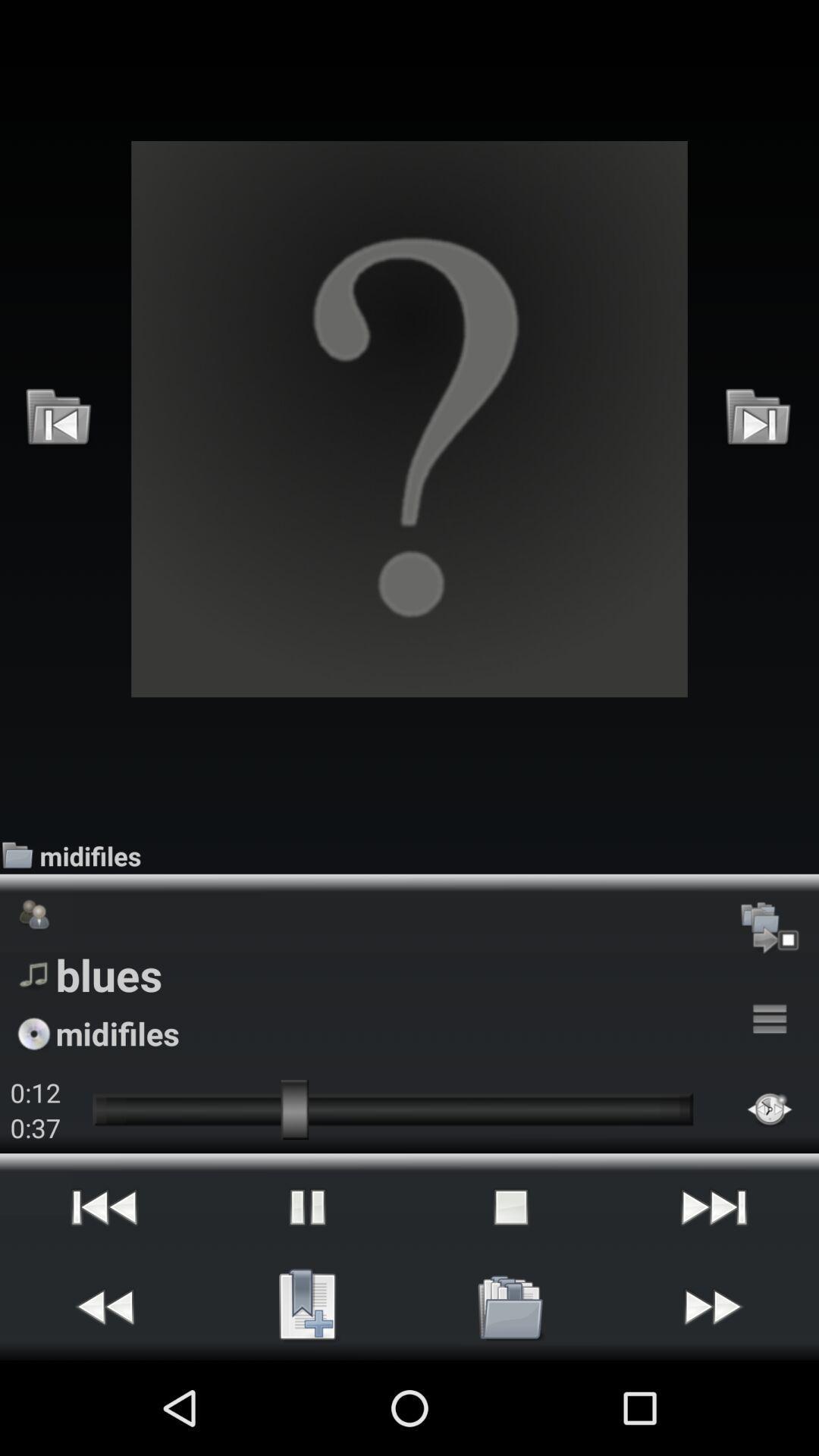  What do you see at coordinates (713, 1398) in the screenshot?
I see `the av_forward icon` at bounding box center [713, 1398].